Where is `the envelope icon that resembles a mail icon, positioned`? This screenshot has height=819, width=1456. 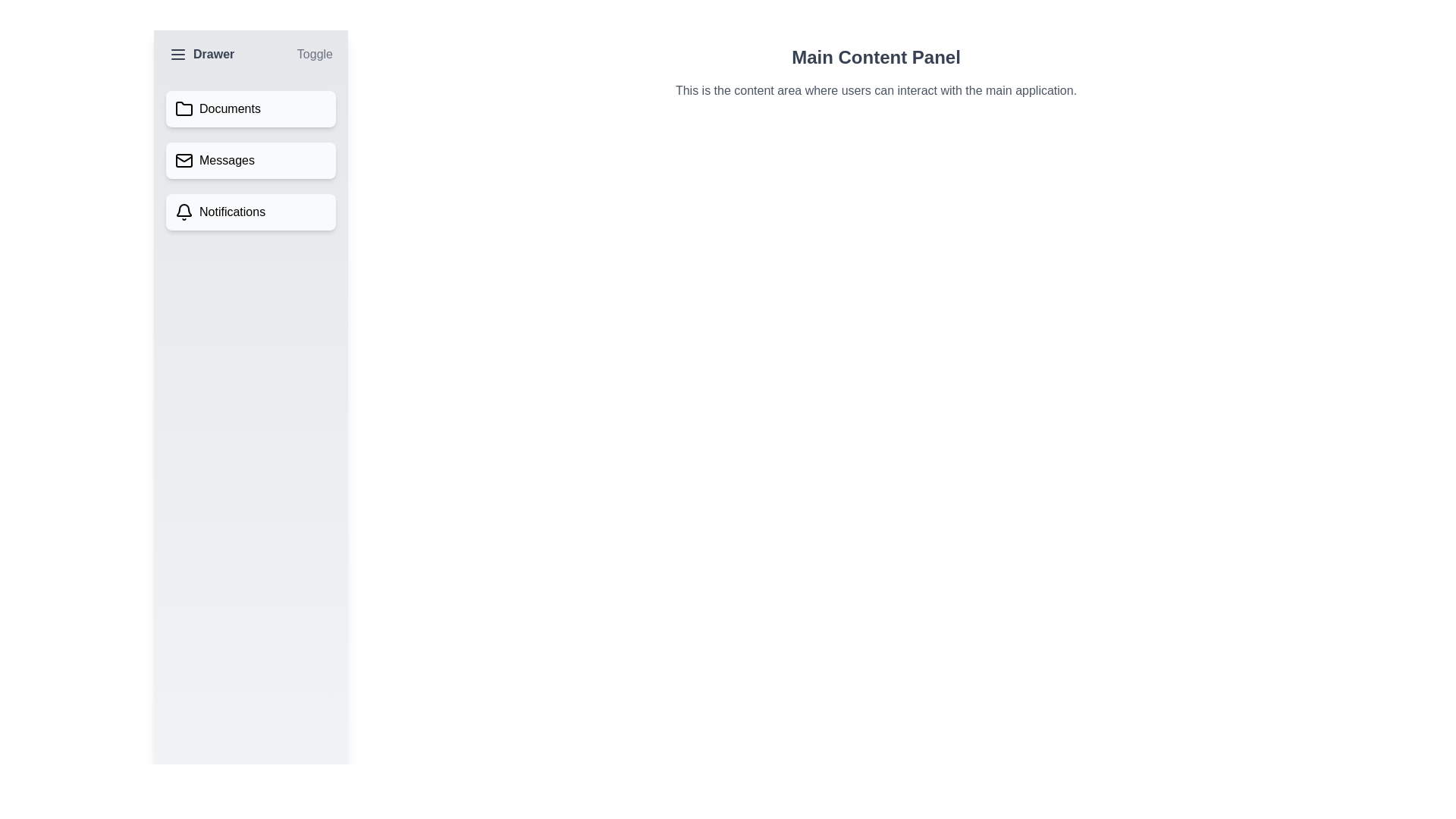 the envelope icon that resembles a mail icon, positioned is located at coordinates (184, 161).